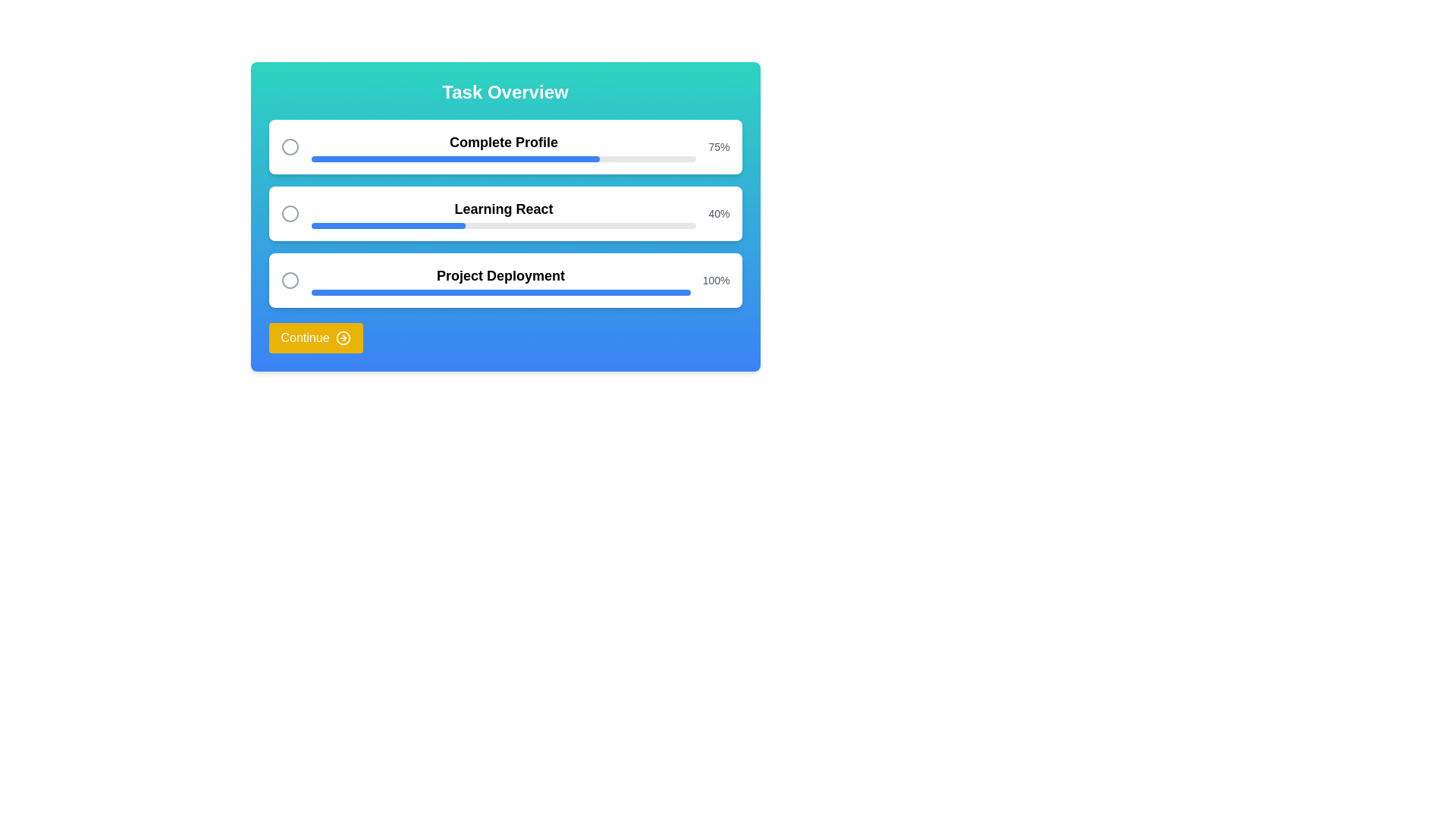 The image size is (1456, 819). Describe the element at coordinates (342, 337) in the screenshot. I see `the circular icon within the 'Continue' button located at the lower end of the interface, which is outlined and centered within a graphical arrow design` at that location.